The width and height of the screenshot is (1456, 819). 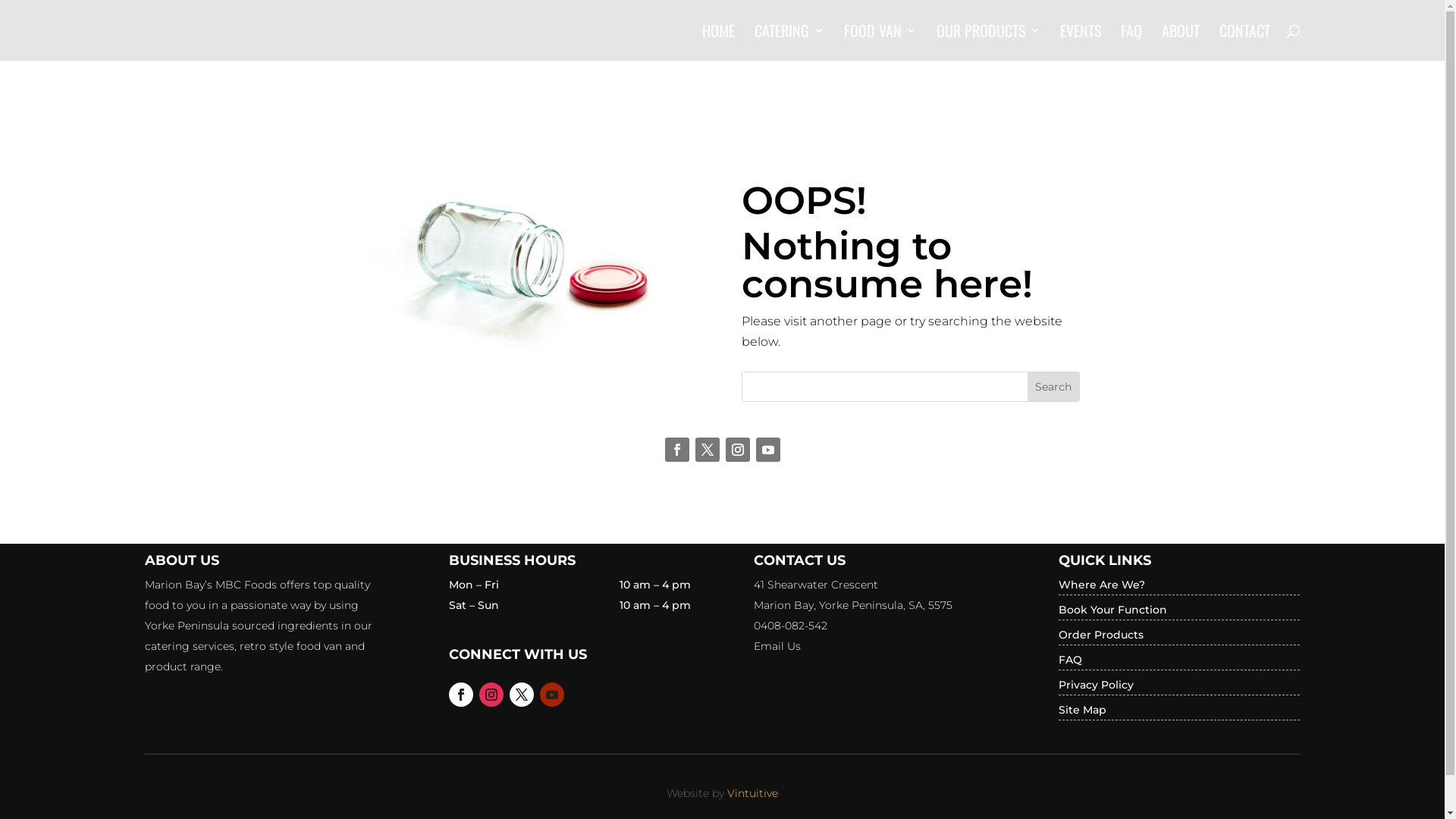 What do you see at coordinates (1052, 385) in the screenshot?
I see `'Search'` at bounding box center [1052, 385].